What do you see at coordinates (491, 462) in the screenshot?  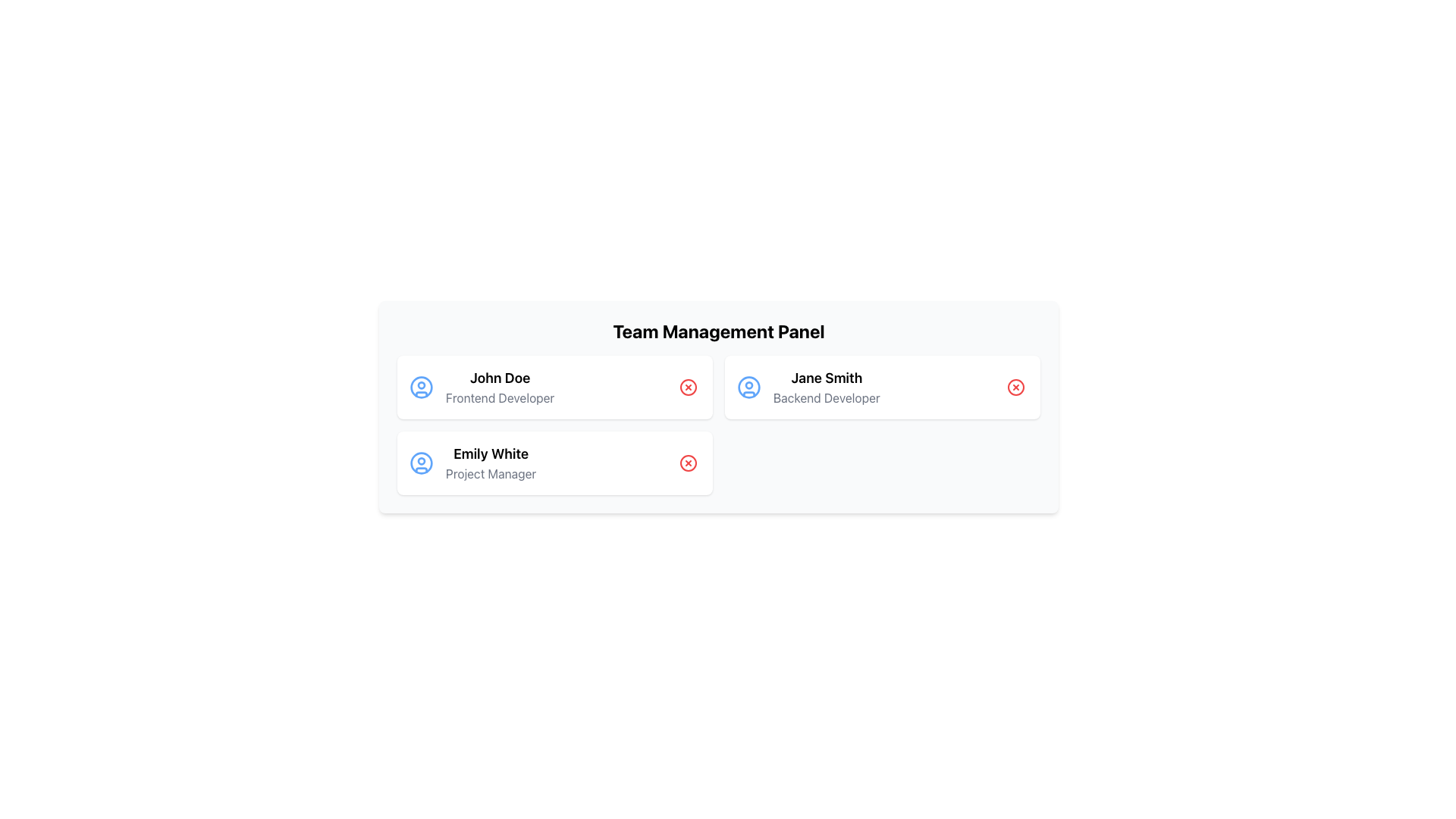 I see `the Profile Display element located in the lower left cell of the Team Management Panel, which shows the name and role of a team member` at bounding box center [491, 462].